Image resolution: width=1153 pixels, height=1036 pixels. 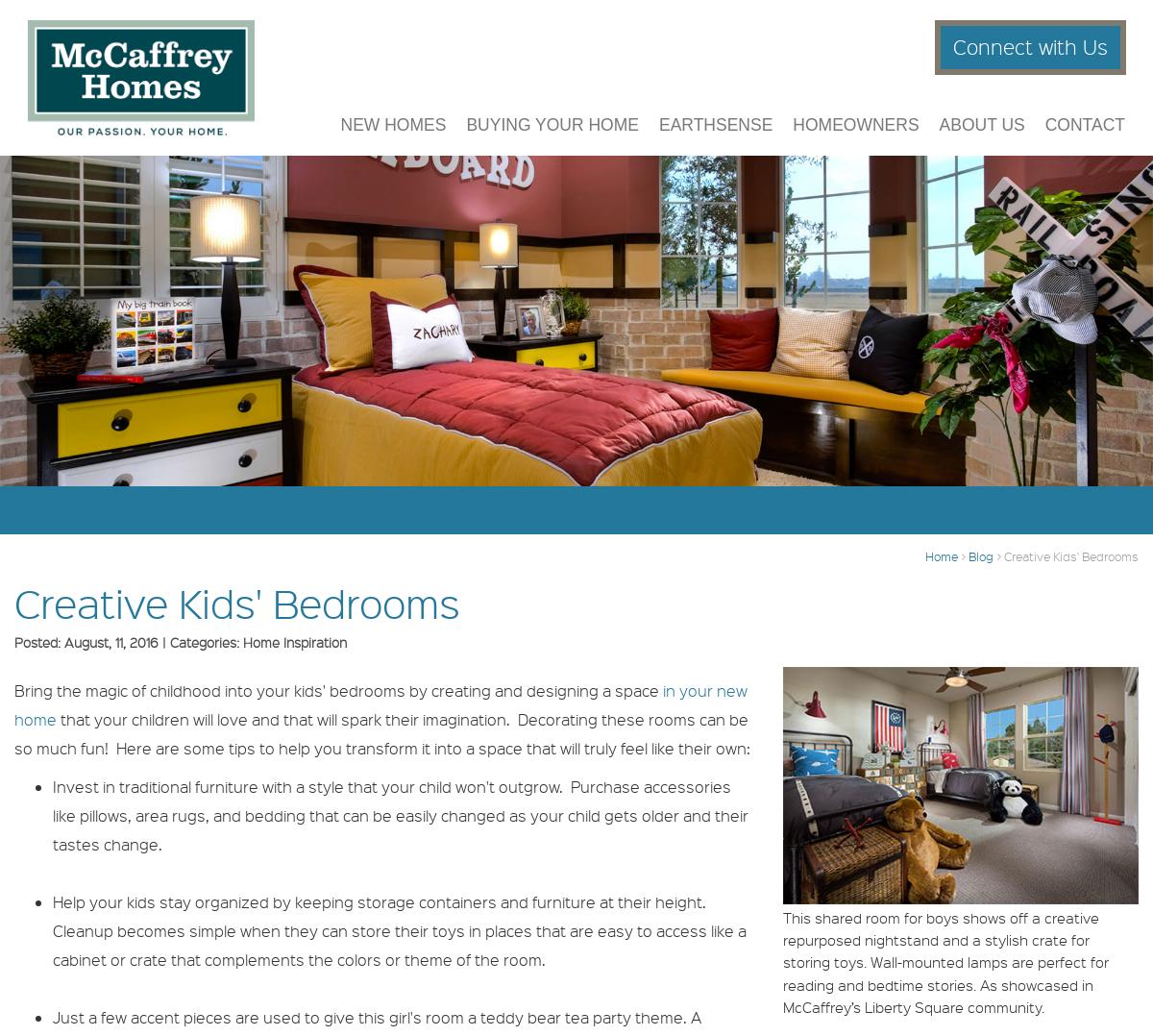 I want to click on 'Categories:', so click(x=204, y=641).